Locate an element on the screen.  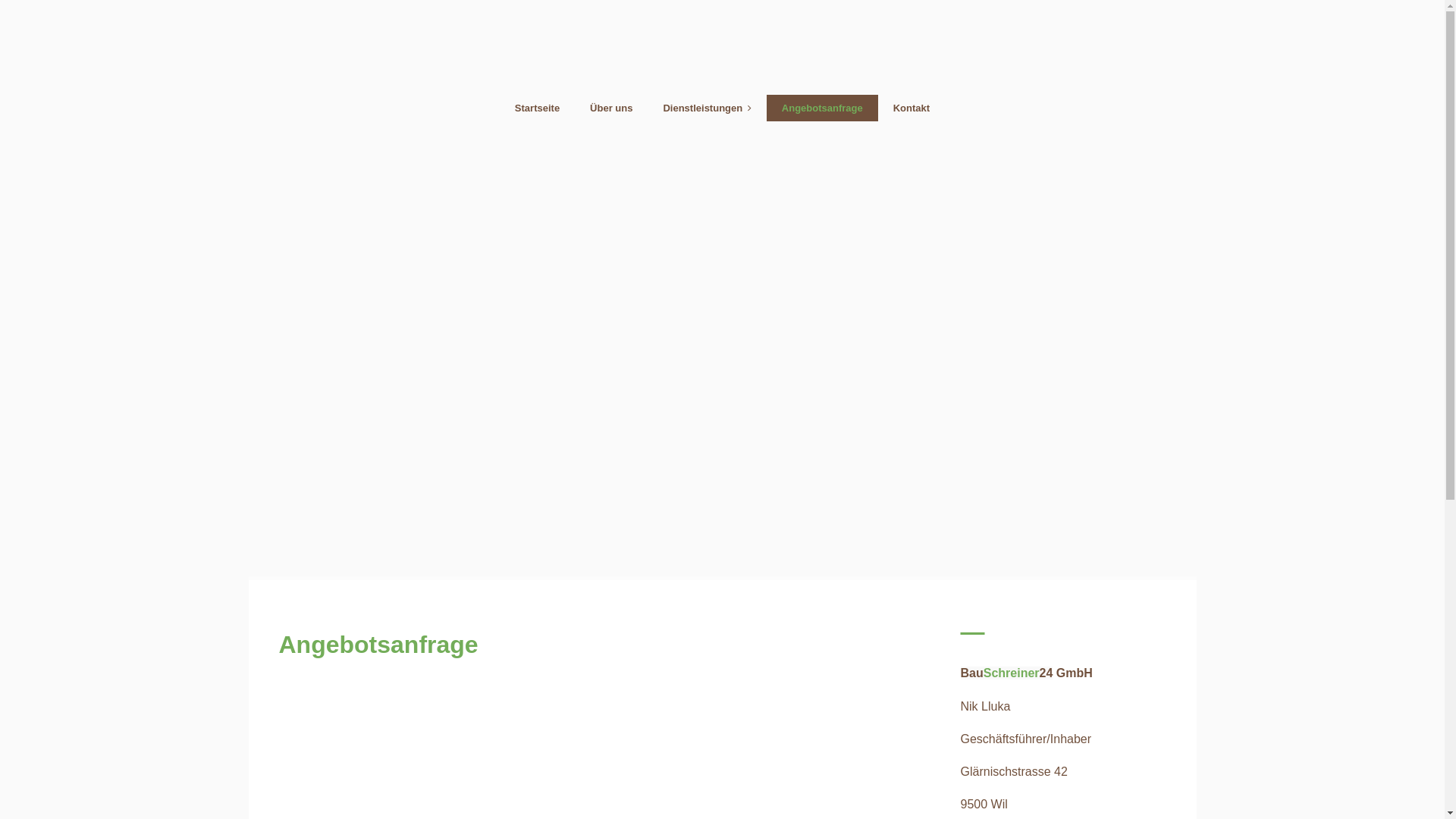
'Angebotsanfrage' is located at coordinates (821, 107).